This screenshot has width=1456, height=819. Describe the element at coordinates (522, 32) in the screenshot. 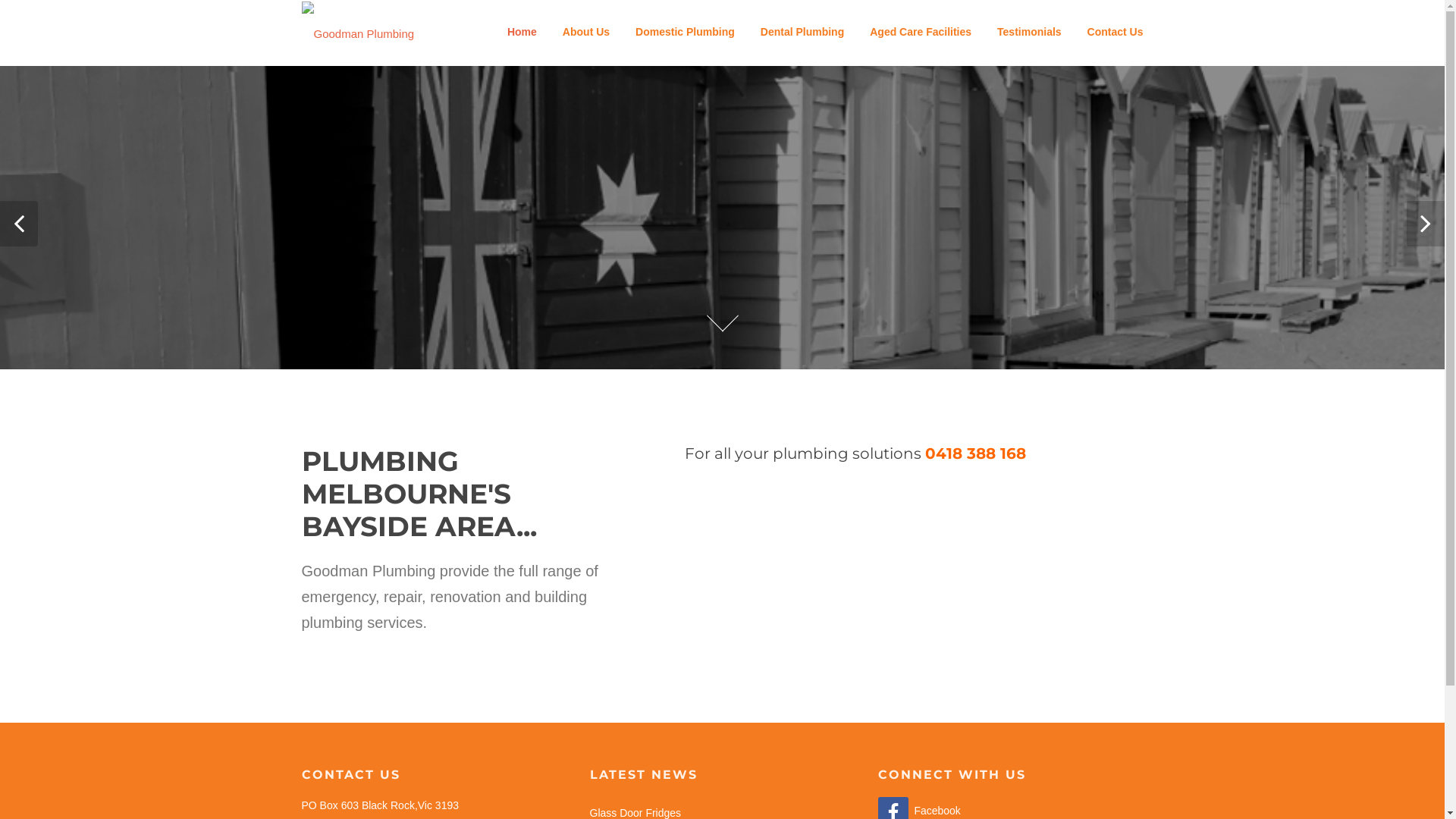

I see `'Home'` at that location.